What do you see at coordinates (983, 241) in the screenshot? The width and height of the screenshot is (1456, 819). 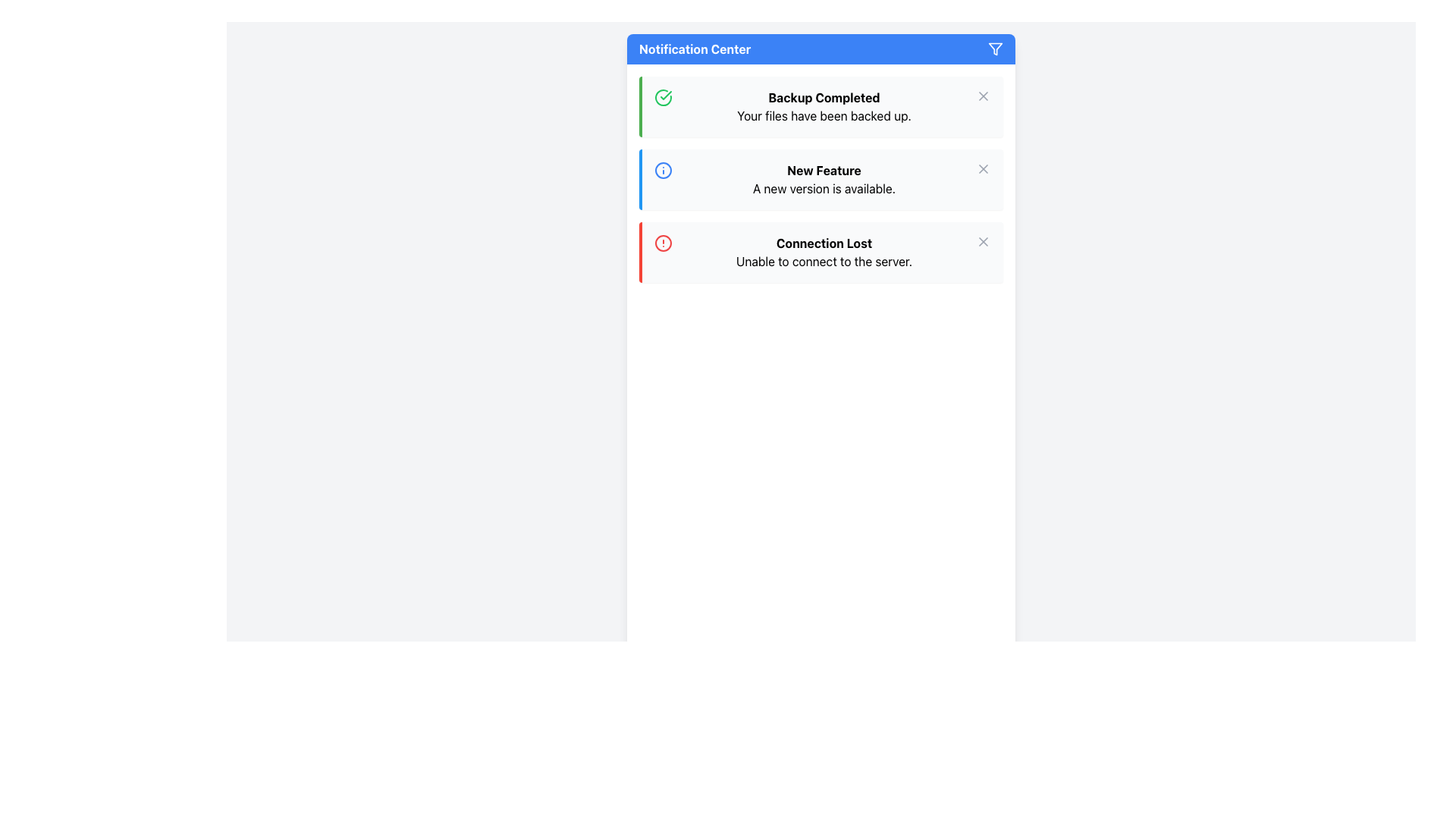 I see `the graphical icon in the top-right corner of the 'Backup Completed' notification card in the 'Notification Center'` at bounding box center [983, 241].